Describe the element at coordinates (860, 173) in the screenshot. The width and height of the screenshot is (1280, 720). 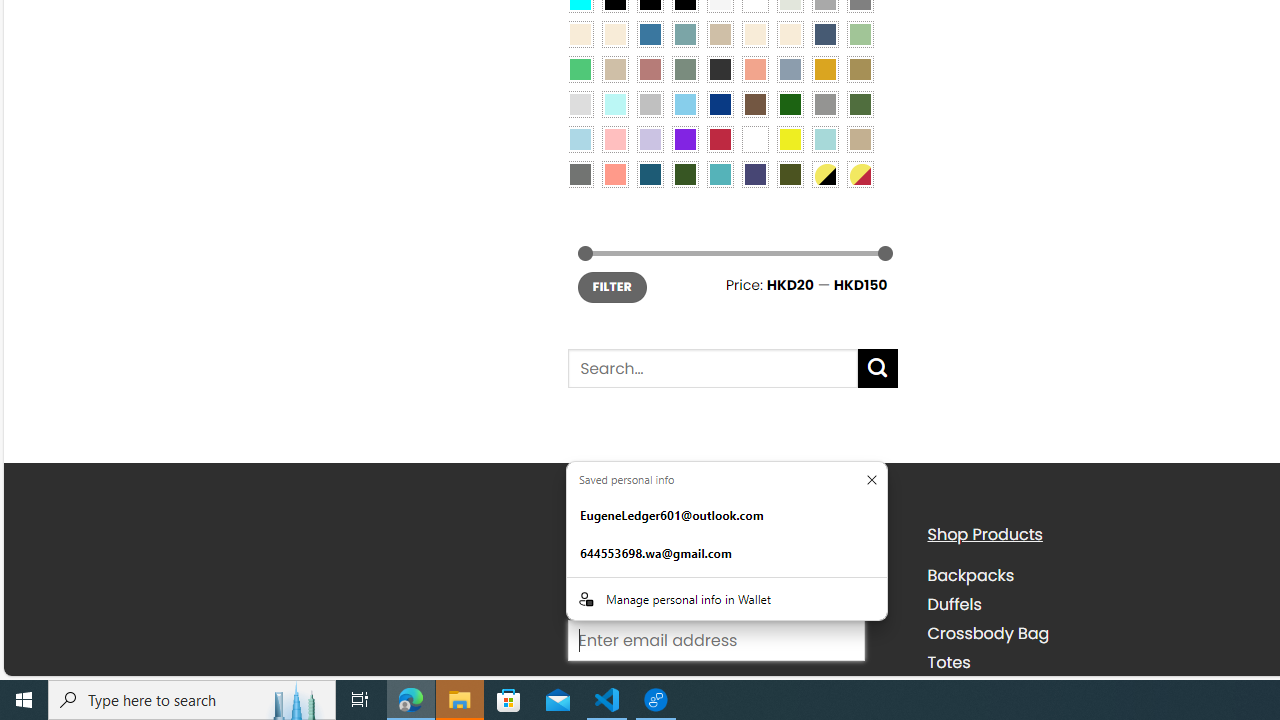
I see `'Yellow-Red'` at that location.